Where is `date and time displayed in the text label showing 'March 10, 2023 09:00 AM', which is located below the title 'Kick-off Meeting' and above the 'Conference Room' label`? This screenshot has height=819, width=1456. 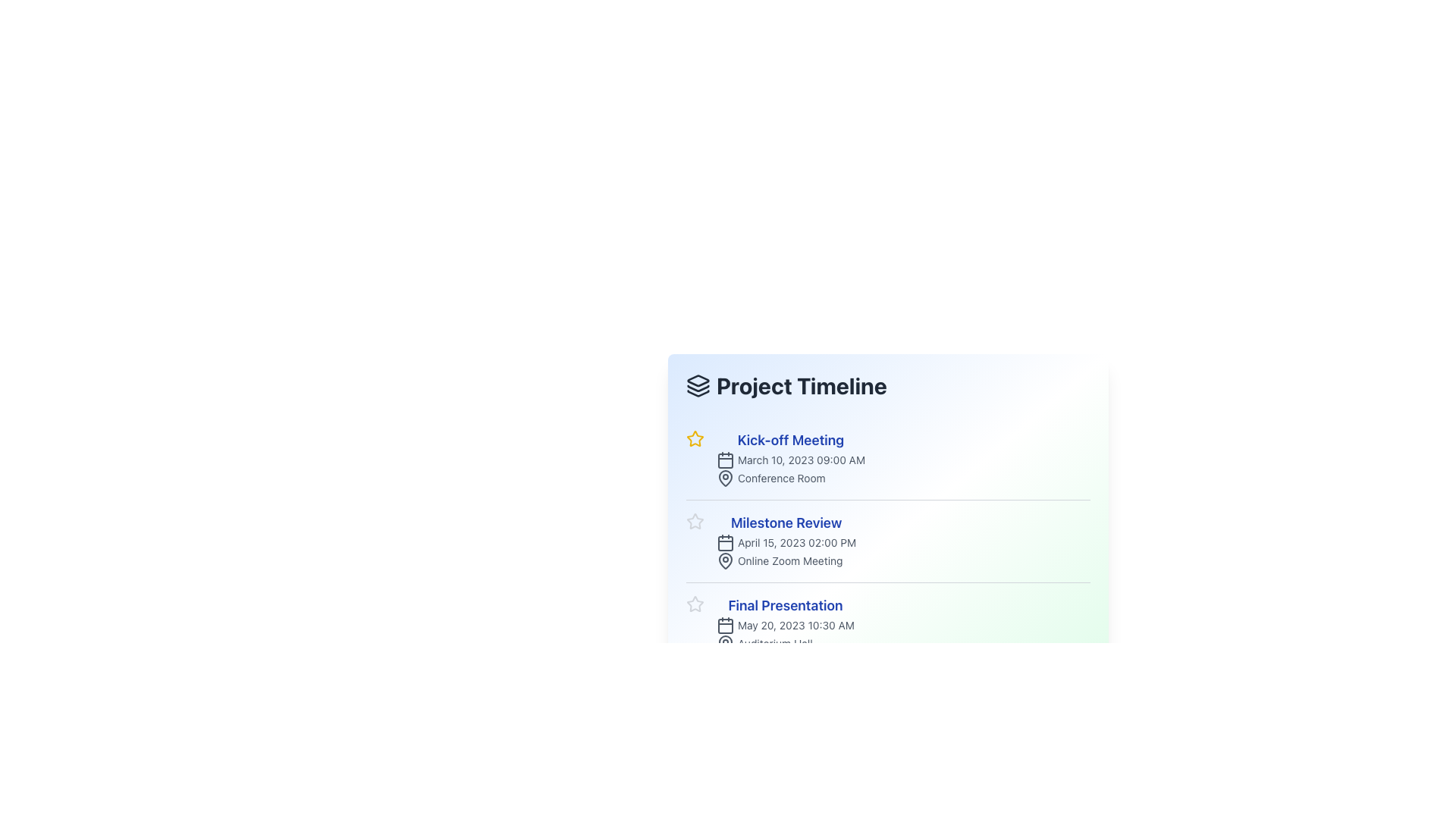
date and time displayed in the text label showing 'March 10, 2023 09:00 AM', which is located below the title 'Kick-off Meeting' and above the 'Conference Room' label is located at coordinates (789, 459).